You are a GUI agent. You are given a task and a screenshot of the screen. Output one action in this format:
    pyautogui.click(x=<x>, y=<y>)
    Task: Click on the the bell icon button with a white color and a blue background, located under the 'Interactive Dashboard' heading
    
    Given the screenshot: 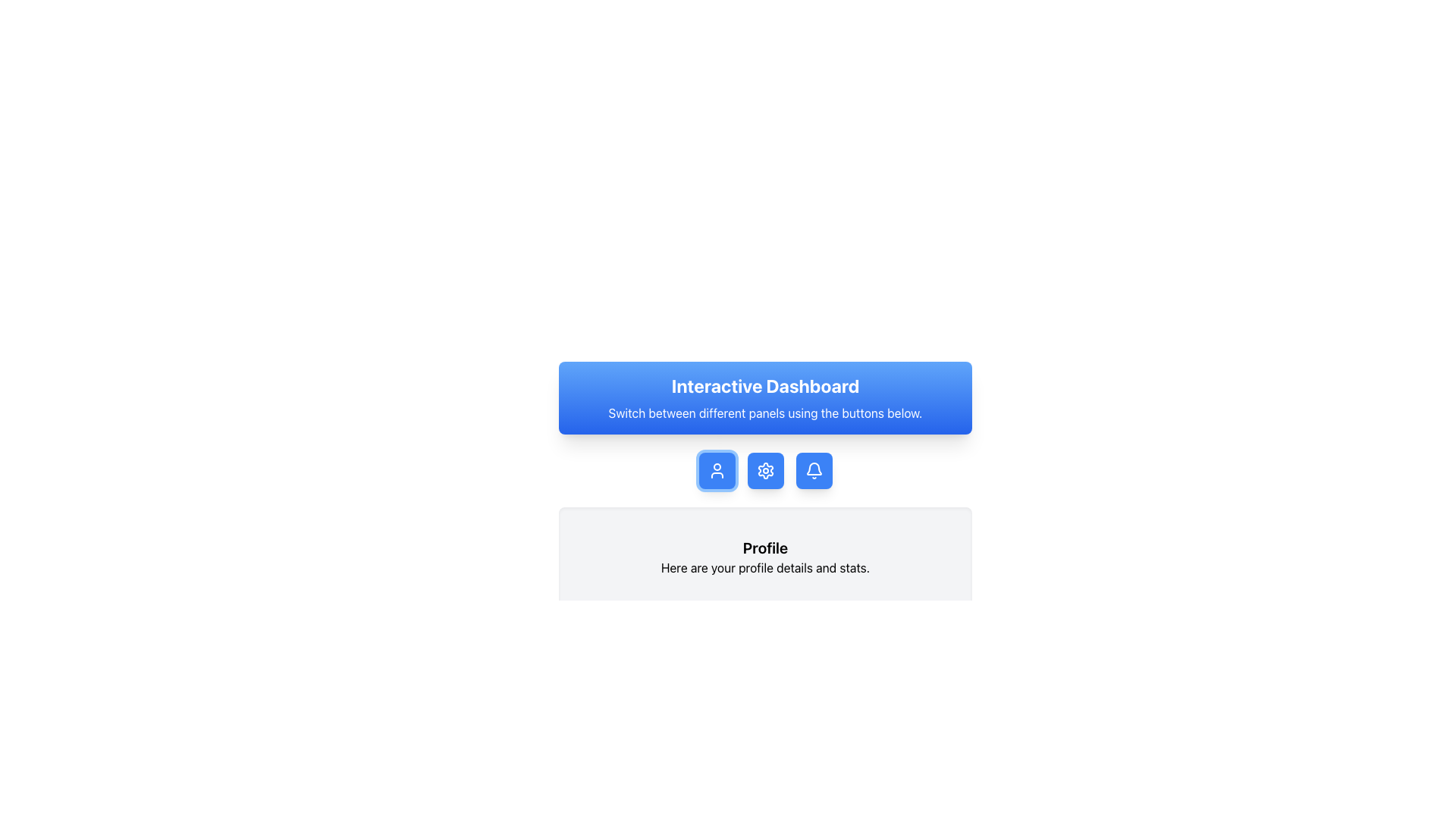 What is the action you would take?
    pyautogui.click(x=813, y=470)
    